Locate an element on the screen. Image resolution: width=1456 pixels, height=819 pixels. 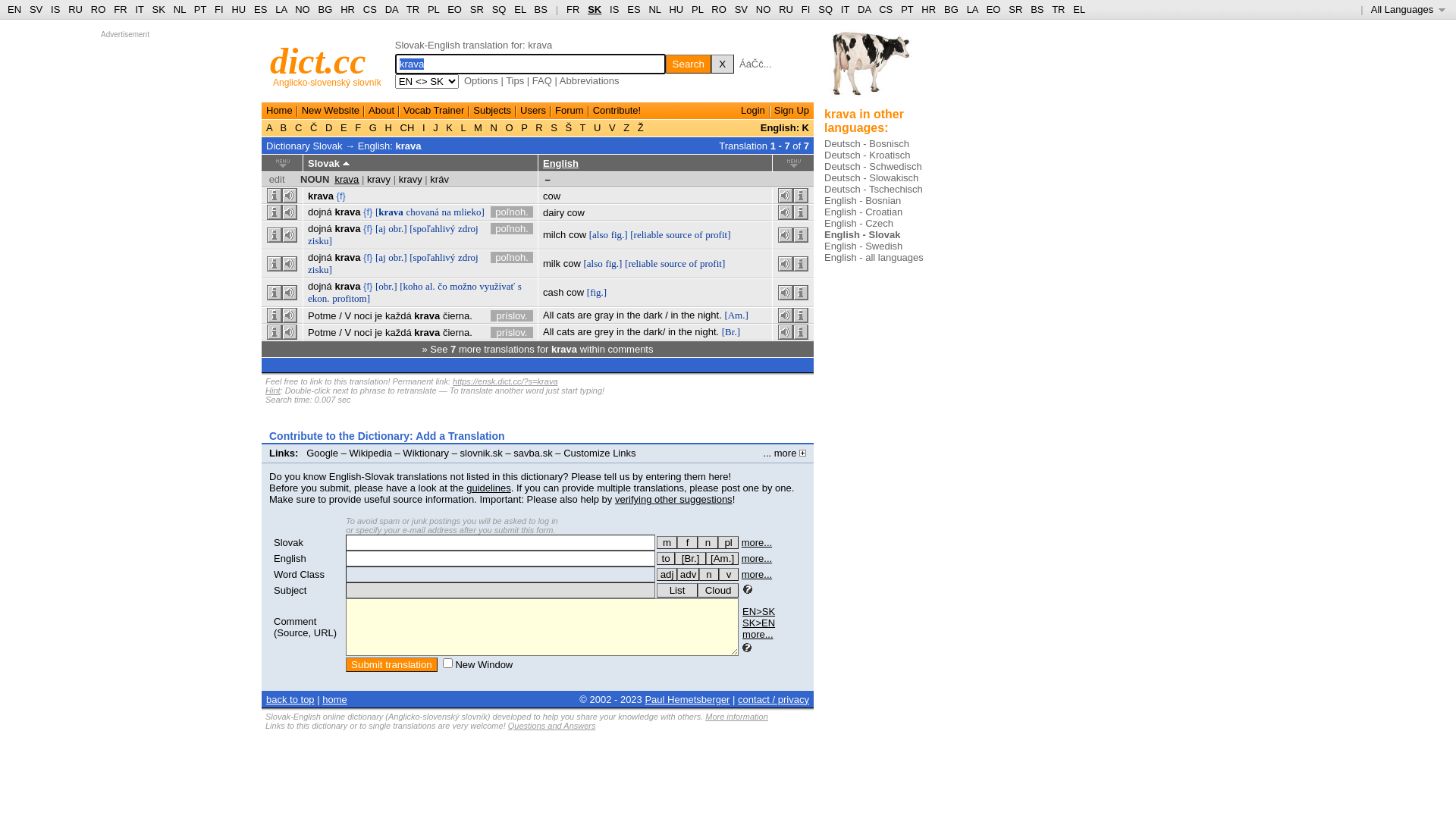
'krava' is located at coordinates (319, 194).